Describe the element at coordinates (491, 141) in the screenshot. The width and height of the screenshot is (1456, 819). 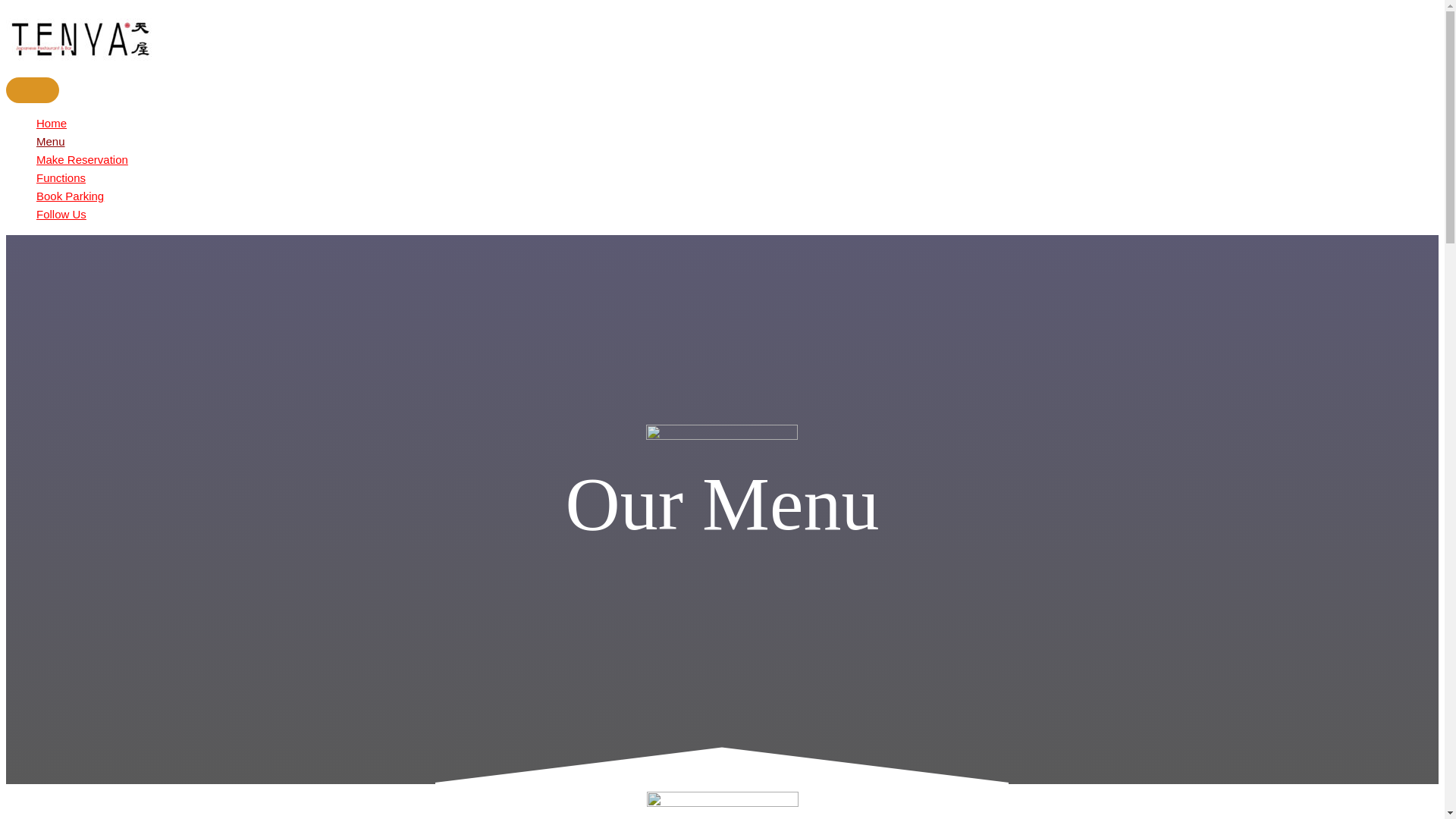
I see `'Menu'` at that location.